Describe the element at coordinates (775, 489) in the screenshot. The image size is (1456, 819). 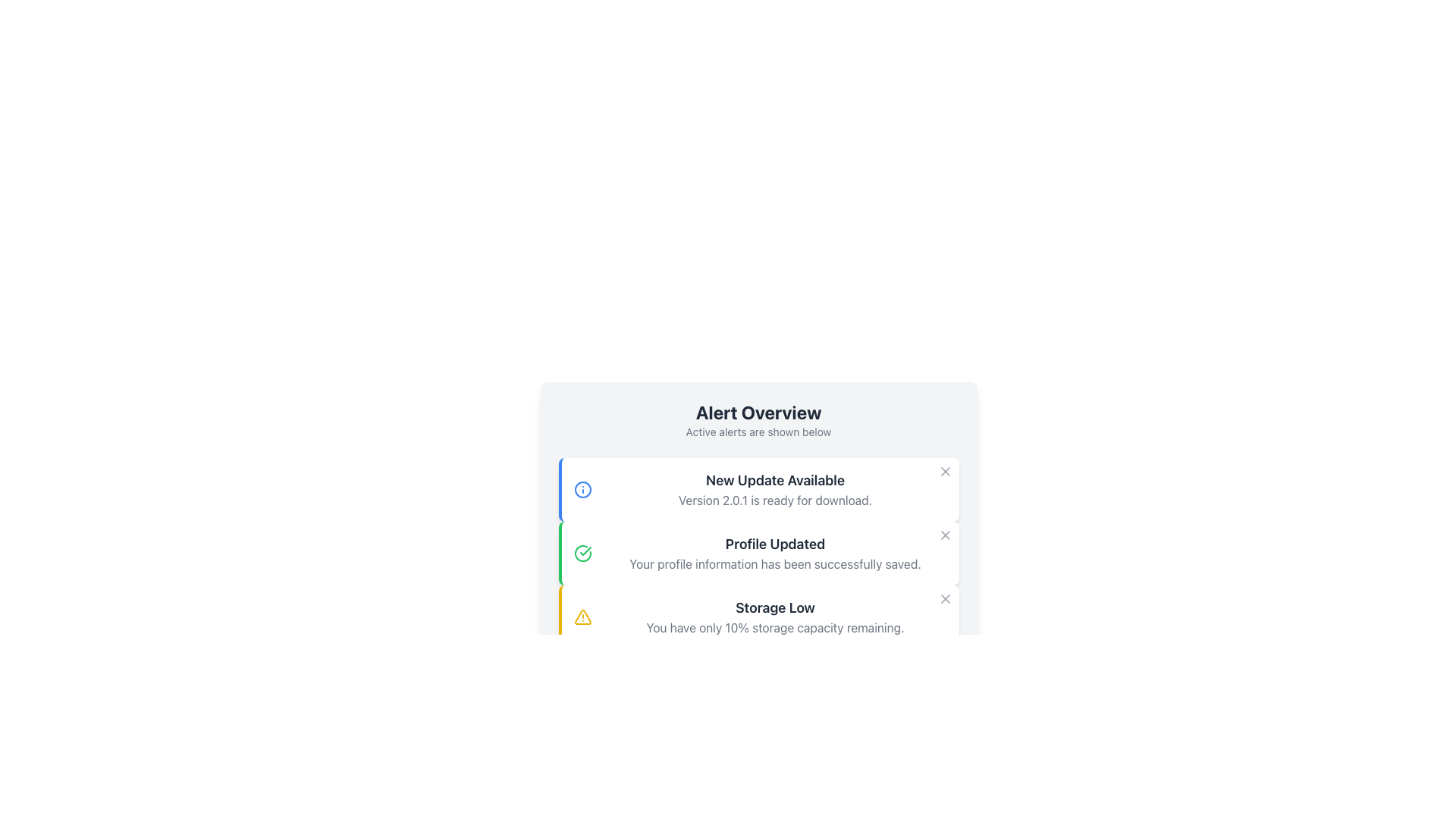
I see `the static text block displaying 'New Update Available' and 'Version 2.0.1 is ready for download', located in the second box of alert messages under 'Alert Overview'` at that location.